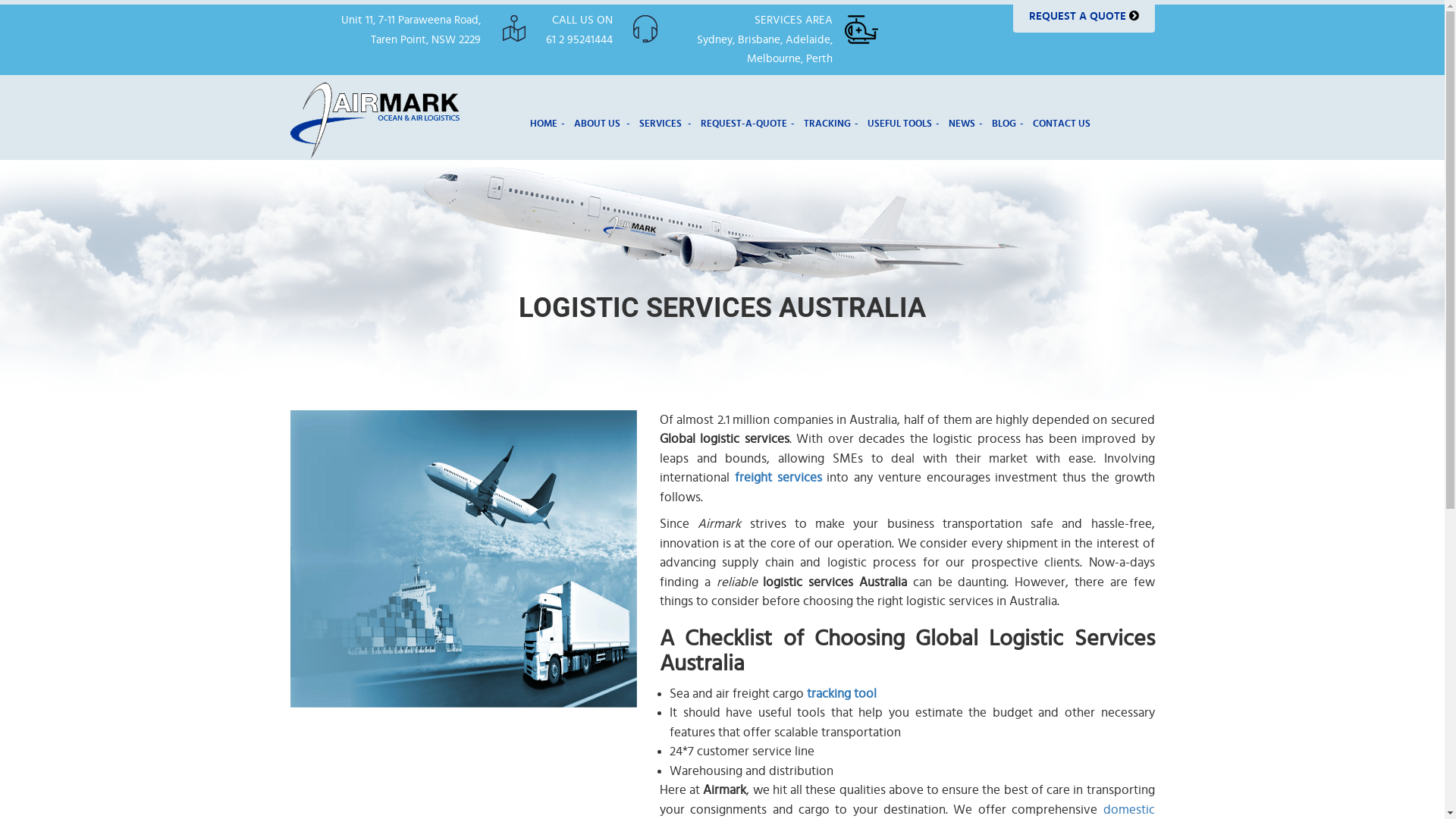 Image resolution: width=1456 pixels, height=819 pixels. Describe the element at coordinates (578, 38) in the screenshot. I see `'61 2 95241444'` at that location.